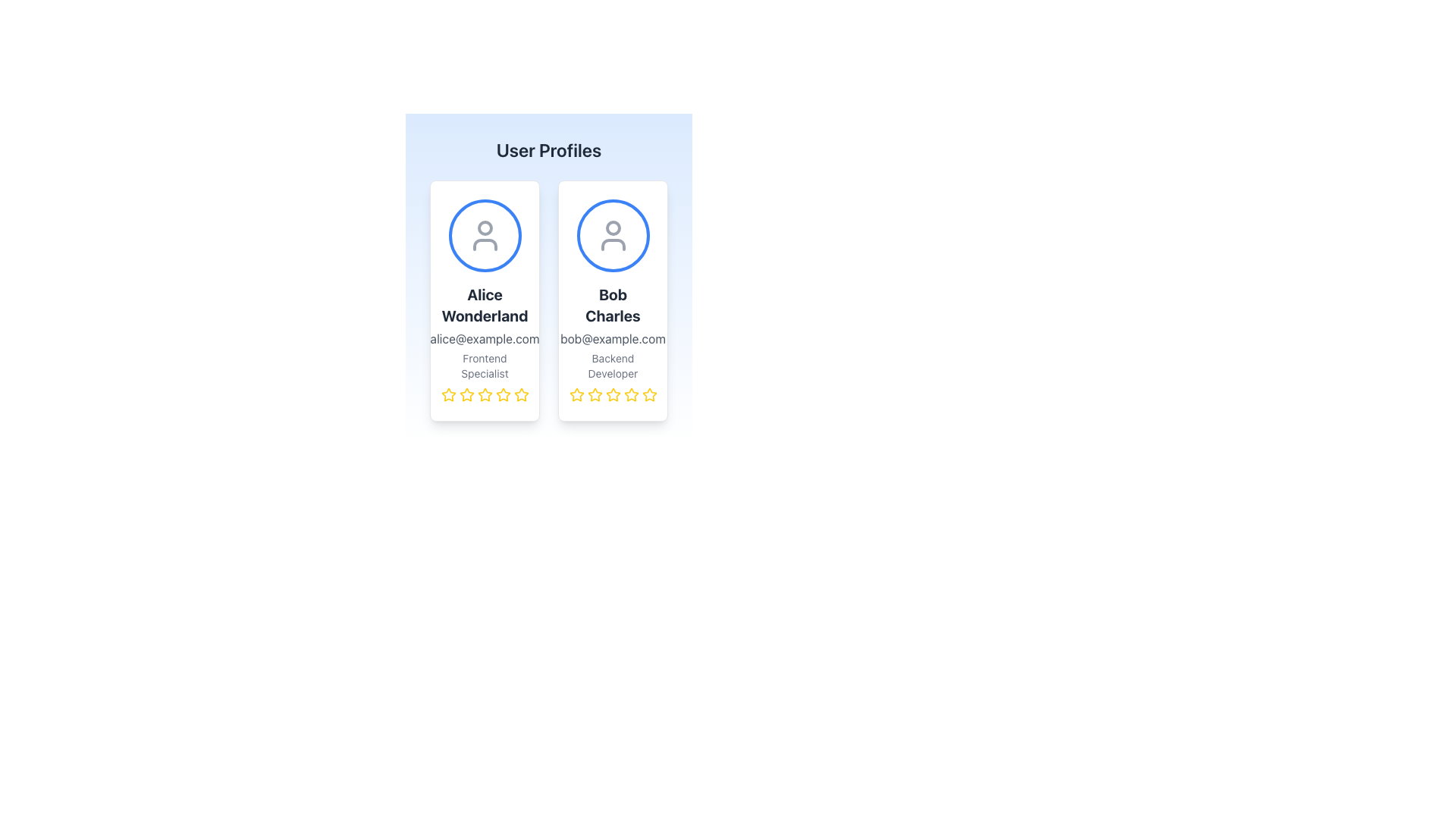 Image resolution: width=1456 pixels, height=819 pixels. What do you see at coordinates (631, 394) in the screenshot?
I see `the fifth star in the rating row below the 'Bob Charles' profile card, which serves as a rating indicator but is non-interactive` at bounding box center [631, 394].